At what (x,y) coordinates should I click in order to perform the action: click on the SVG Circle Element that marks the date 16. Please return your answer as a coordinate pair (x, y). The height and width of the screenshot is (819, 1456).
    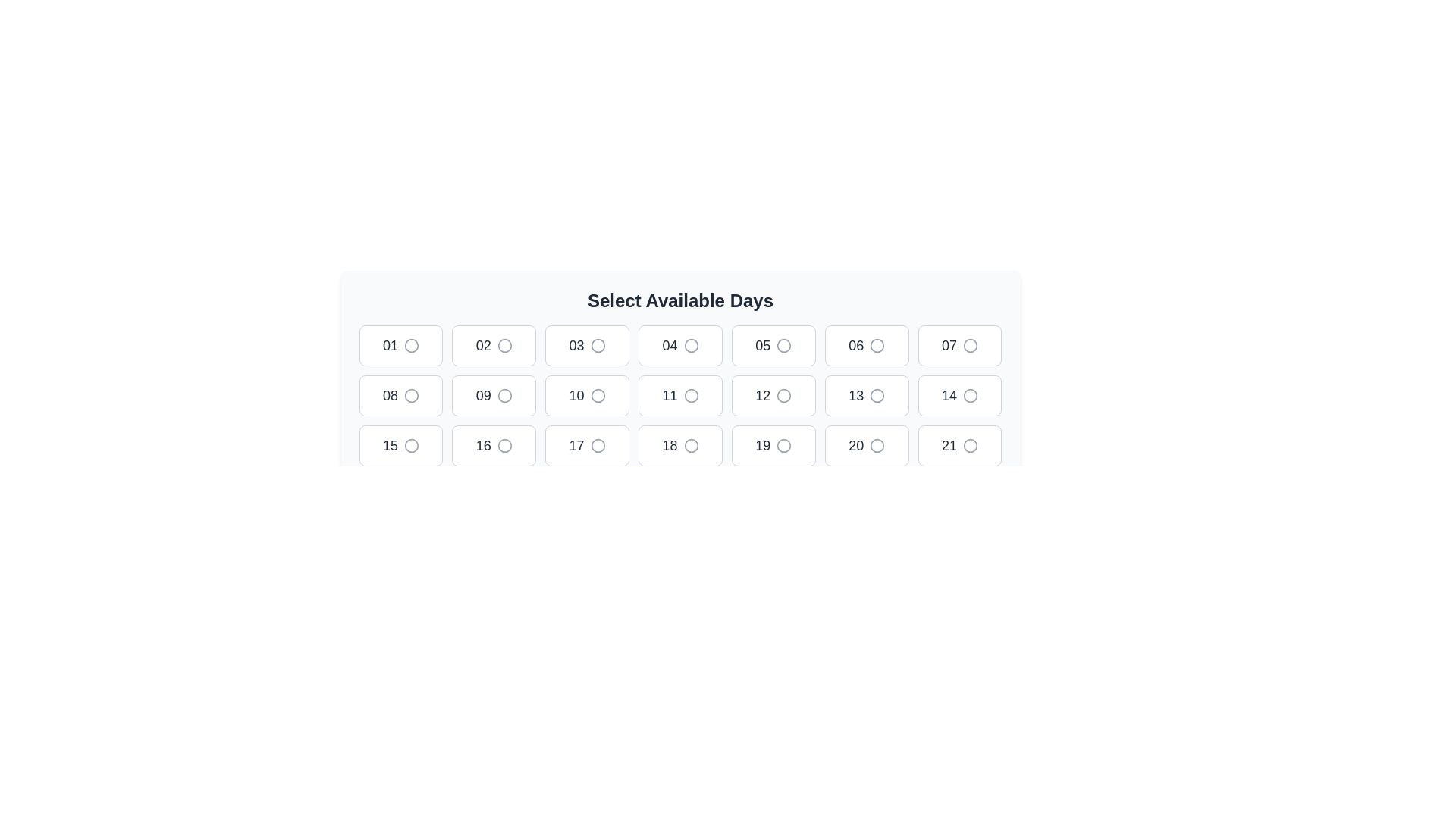
    Looking at the image, I should click on (504, 444).